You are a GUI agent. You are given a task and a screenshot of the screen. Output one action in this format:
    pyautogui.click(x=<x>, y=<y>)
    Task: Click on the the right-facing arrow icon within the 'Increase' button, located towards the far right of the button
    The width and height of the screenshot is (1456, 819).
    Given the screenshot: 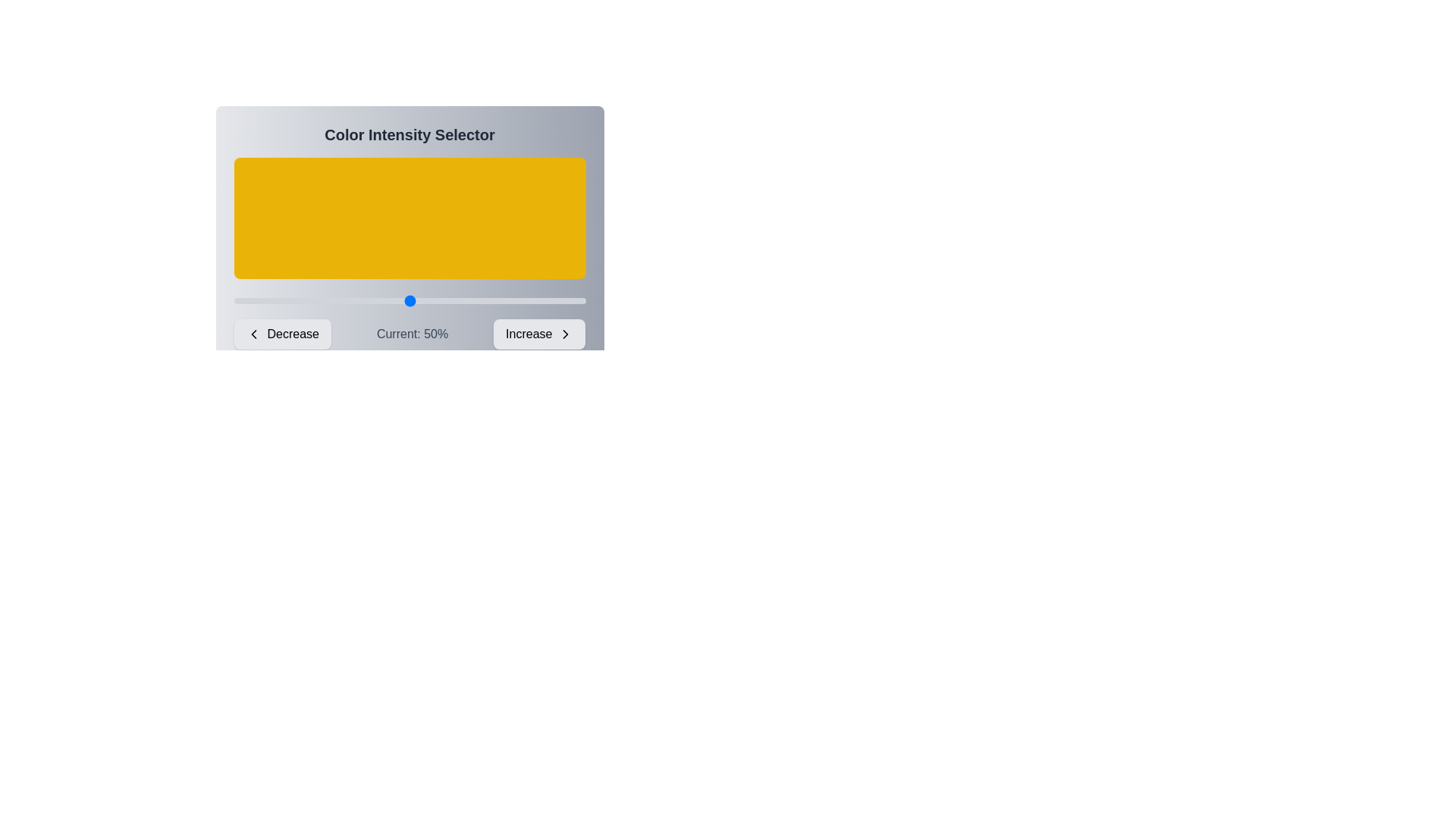 What is the action you would take?
    pyautogui.click(x=565, y=333)
    